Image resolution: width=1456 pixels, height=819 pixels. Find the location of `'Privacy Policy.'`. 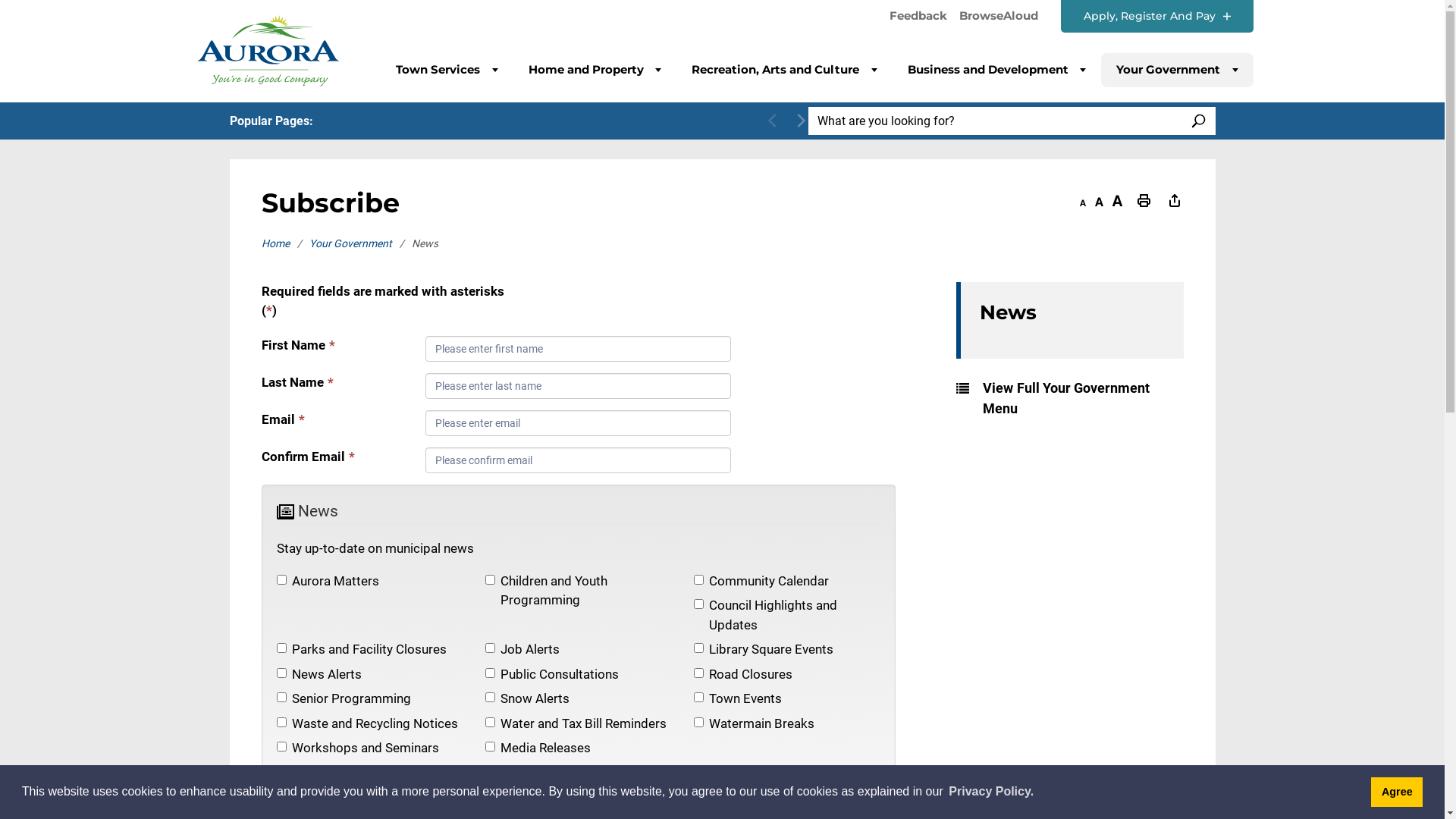

'Privacy Policy.' is located at coordinates (990, 791).